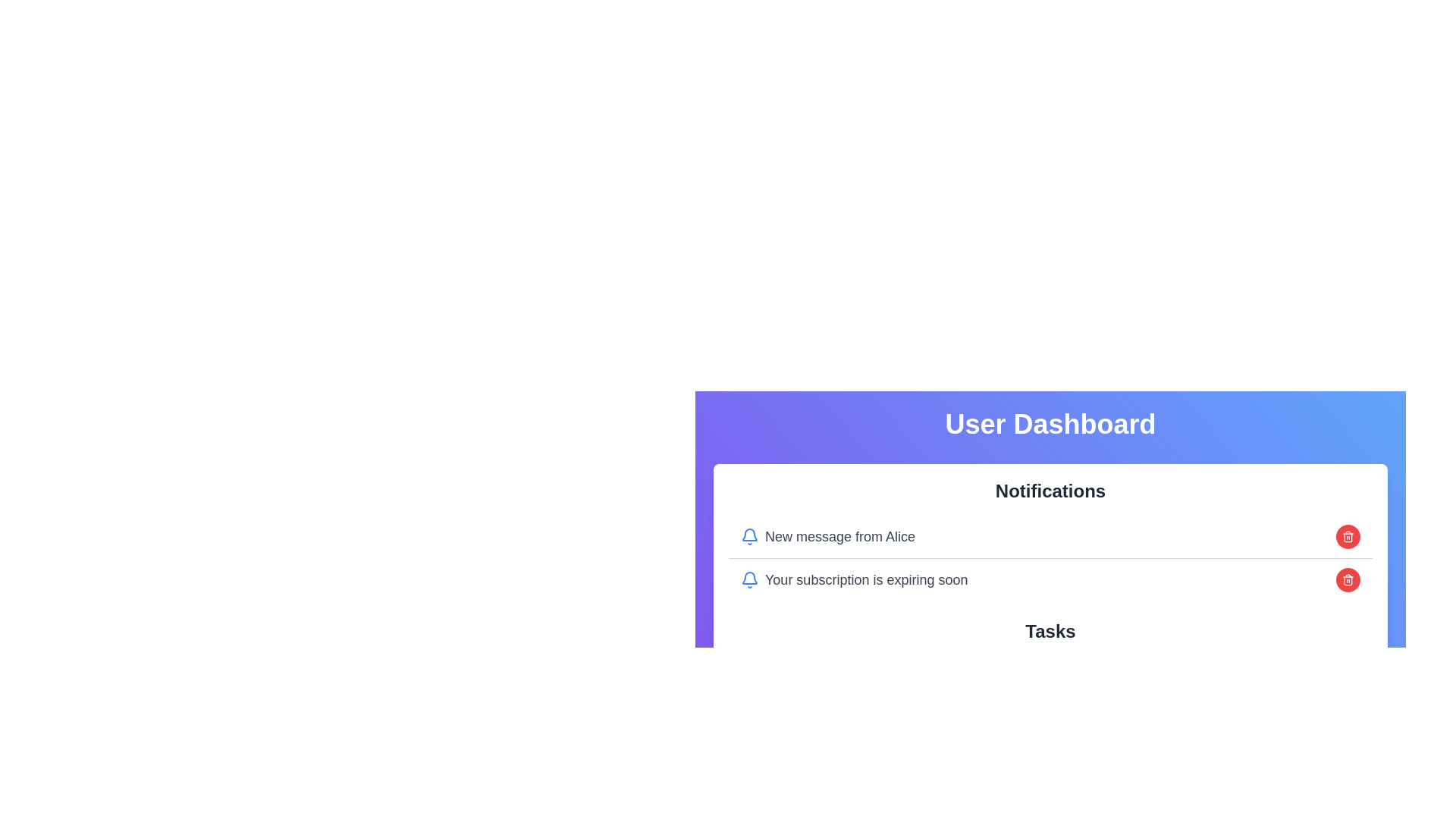  Describe the element at coordinates (1348, 536) in the screenshot. I see `the delete button located in the top-right of the notification entry for 'New message from Alice' in the 'Notifications' section to receive a tooltip or visual feedback` at that location.